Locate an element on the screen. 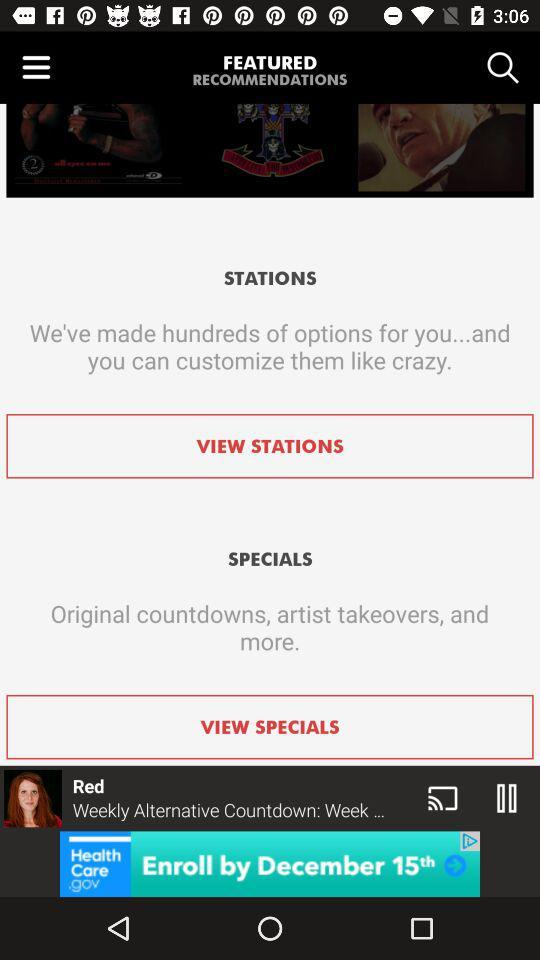  the pause icon is located at coordinates (507, 798).